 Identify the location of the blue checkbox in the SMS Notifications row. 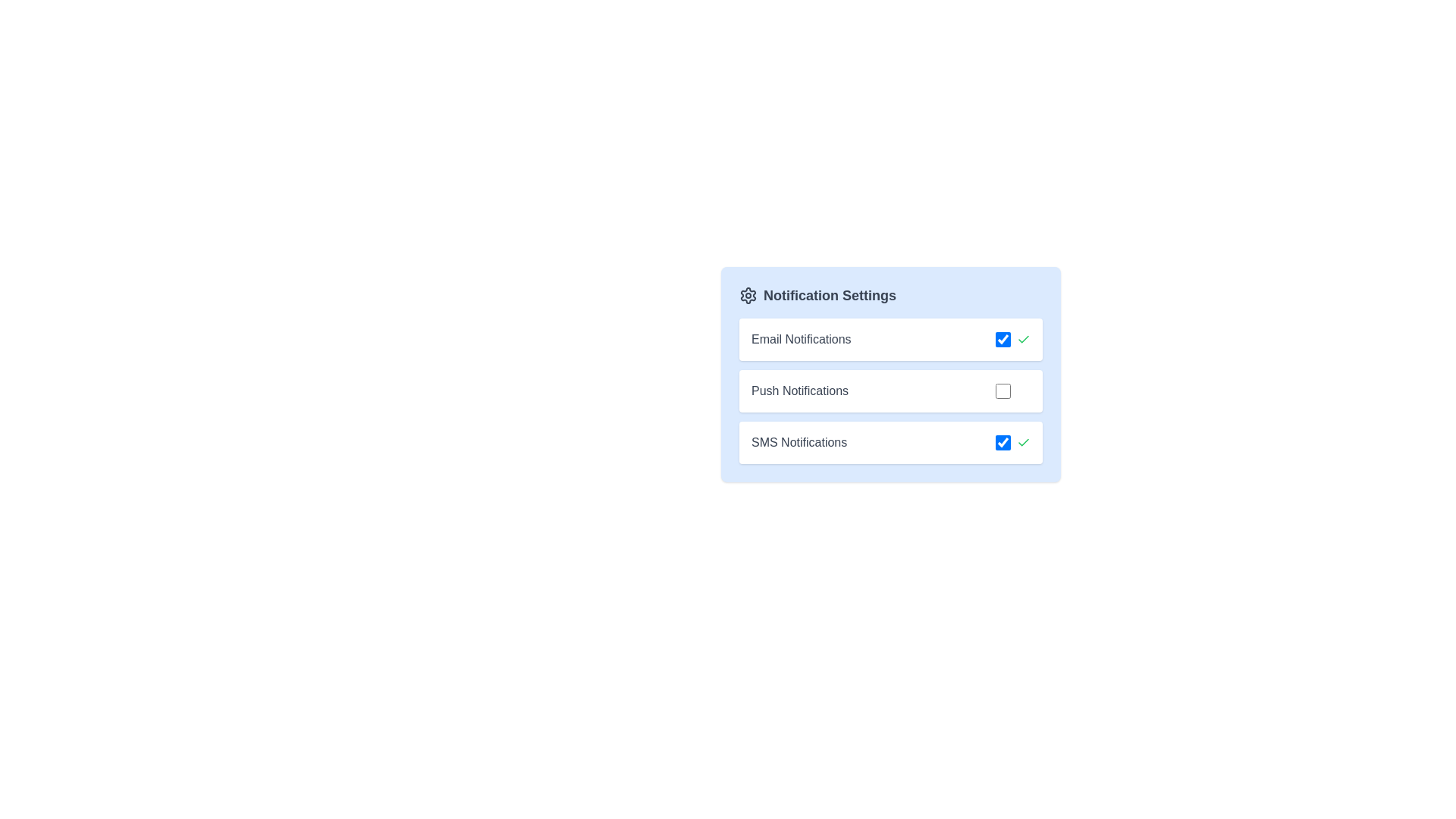
(1012, 442).